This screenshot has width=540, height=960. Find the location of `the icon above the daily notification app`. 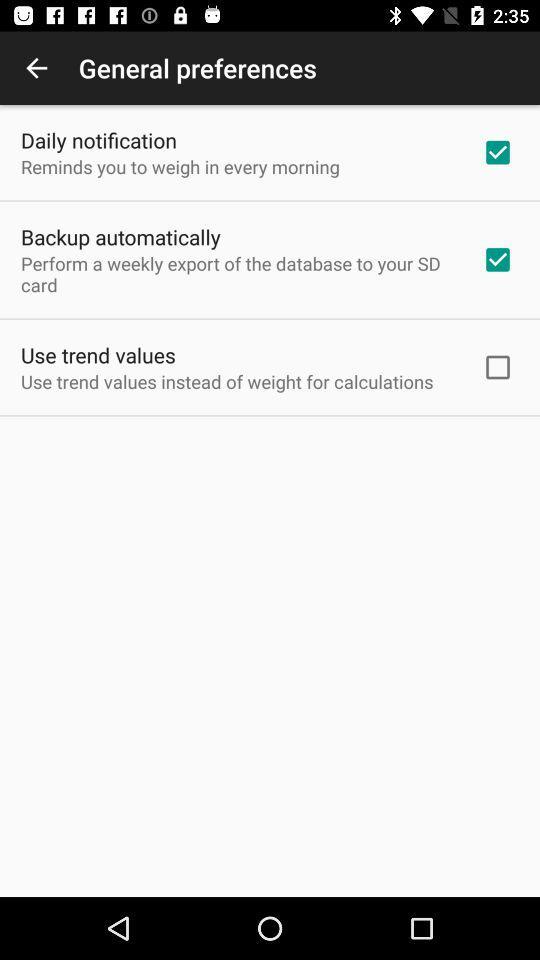

the icon above the daily notification app is located at coordinates (36, 68).